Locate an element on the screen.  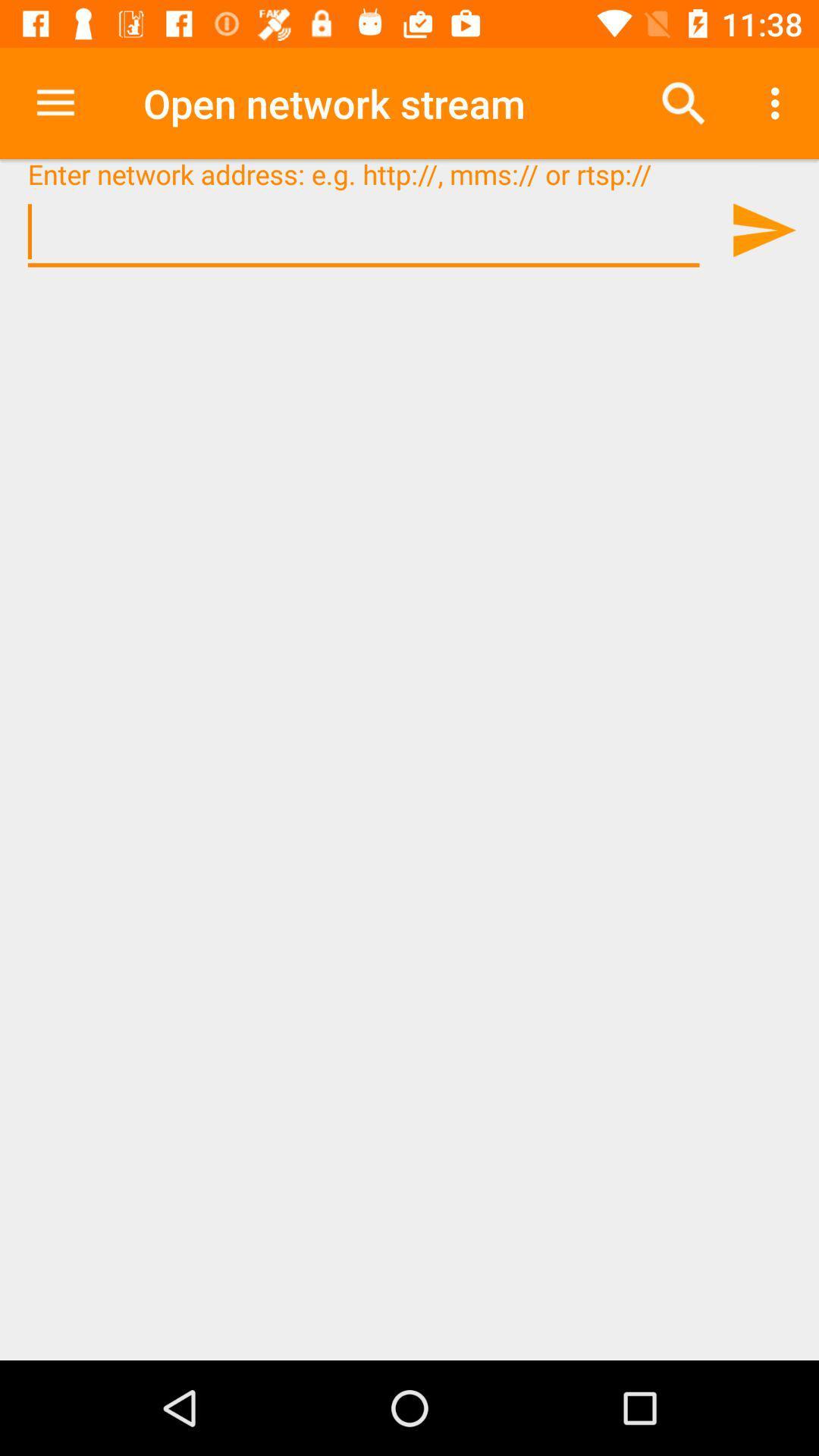
send page is located at coordinates (763, 229).